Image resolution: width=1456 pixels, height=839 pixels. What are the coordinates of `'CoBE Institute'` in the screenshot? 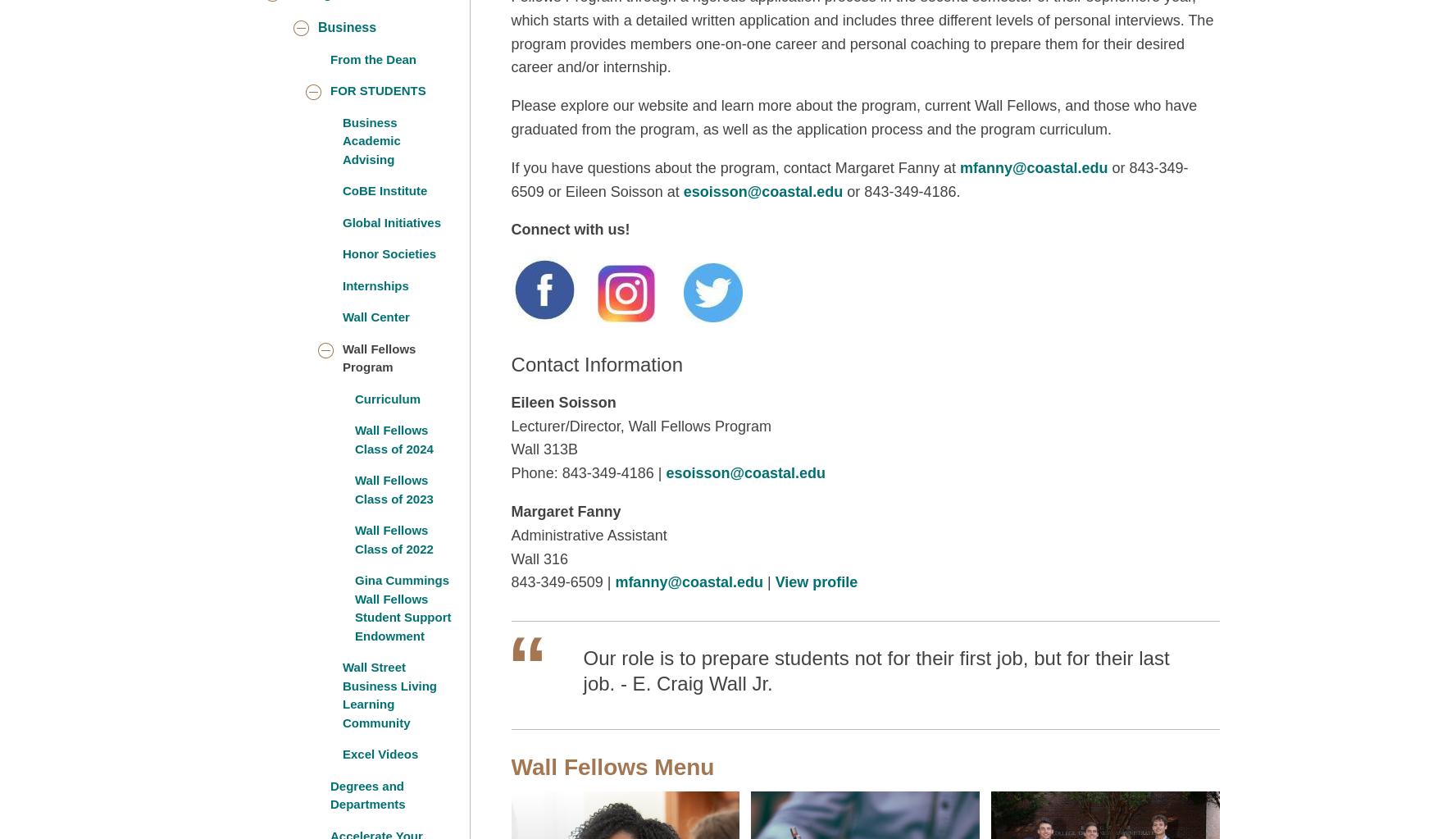 It's located at (384, 189).